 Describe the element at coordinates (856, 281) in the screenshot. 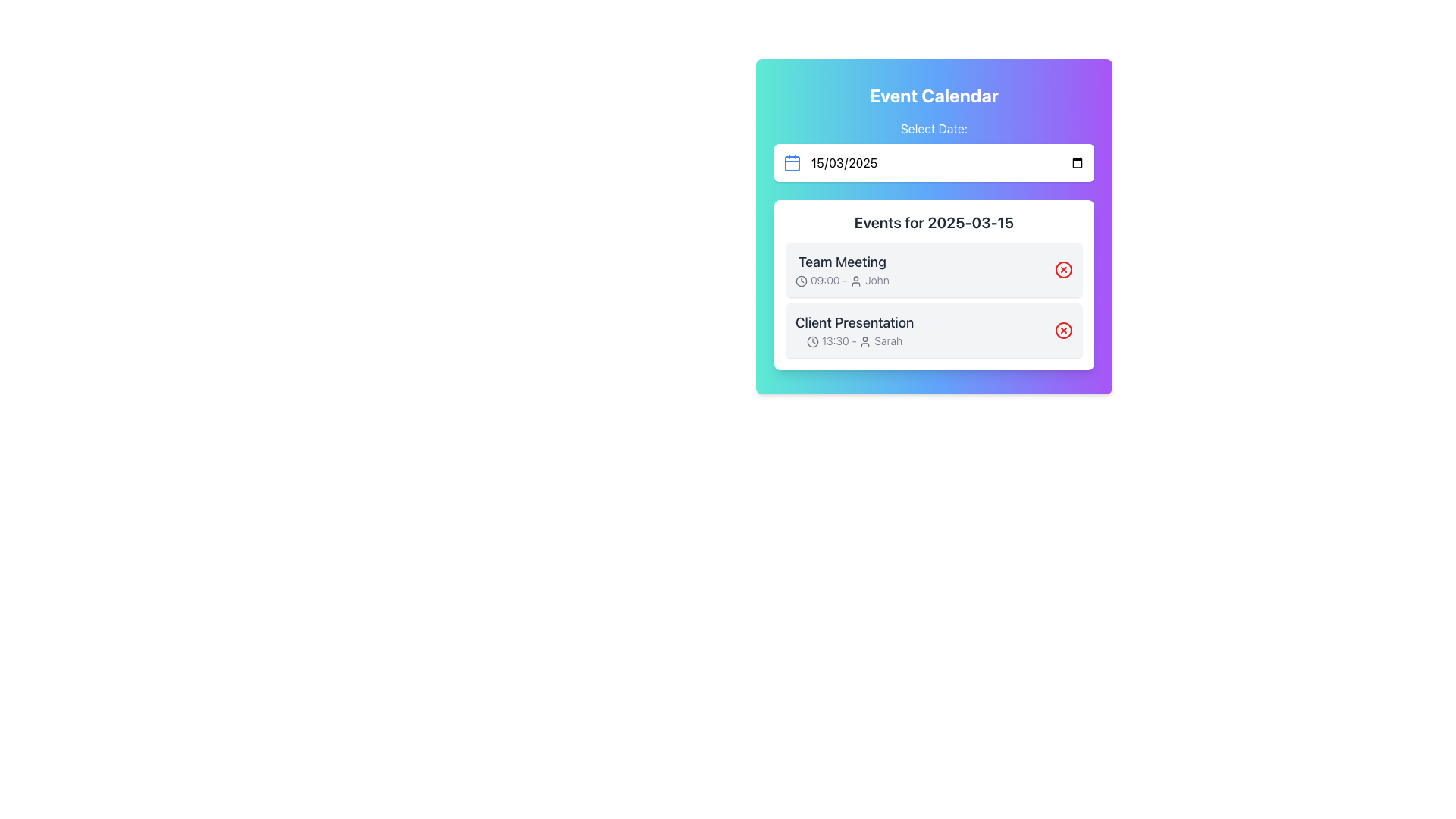

I see `the user icon representing '09:00 - John', which is a minimalistic gray outline of a user's bust and head, located adjacent to the text in the event information for 'Team Meeting'` at that location.